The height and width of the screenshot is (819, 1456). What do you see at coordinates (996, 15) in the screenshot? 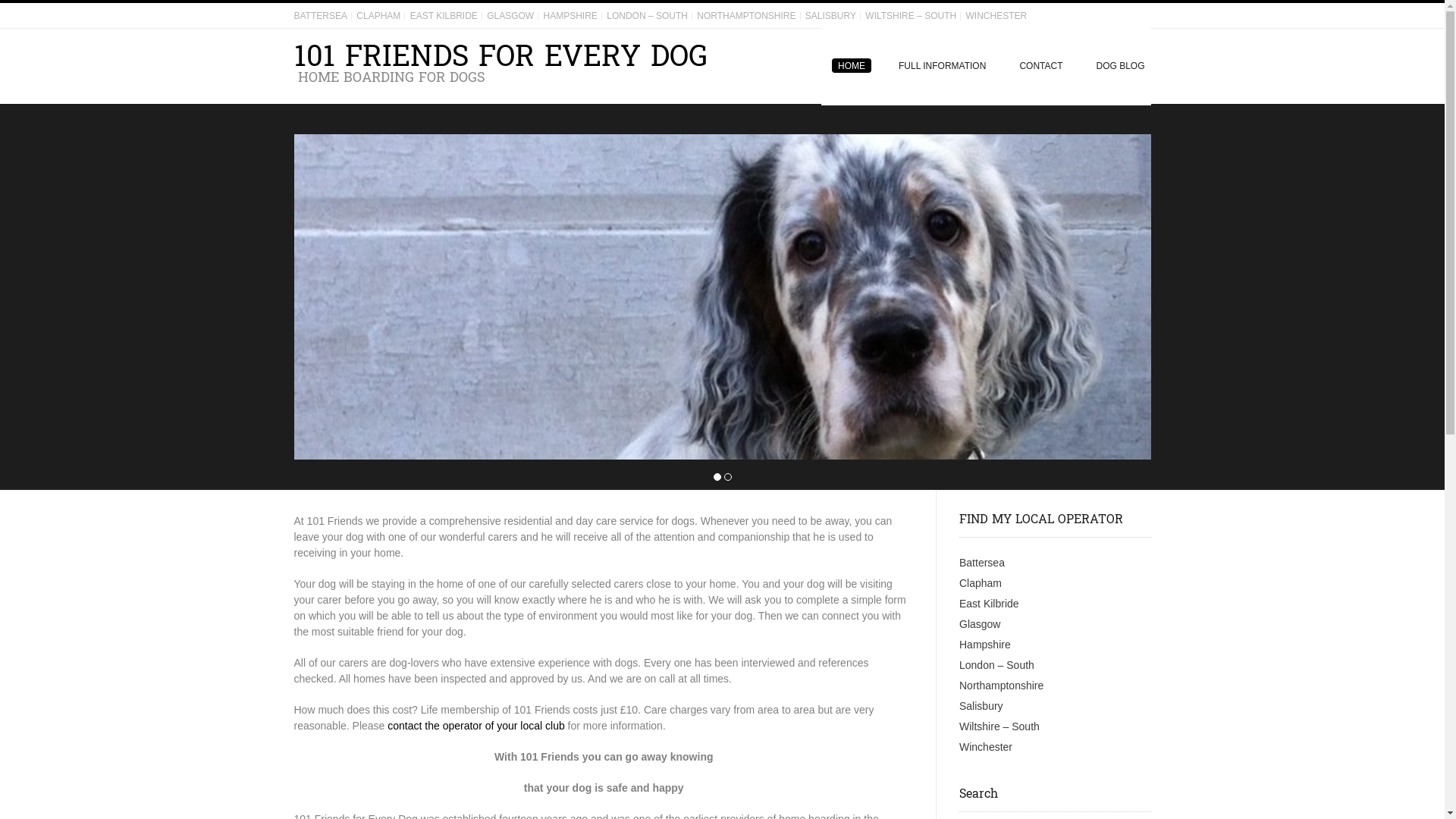
I see `'WINCHESTER'` at bounding box center [996, 15].